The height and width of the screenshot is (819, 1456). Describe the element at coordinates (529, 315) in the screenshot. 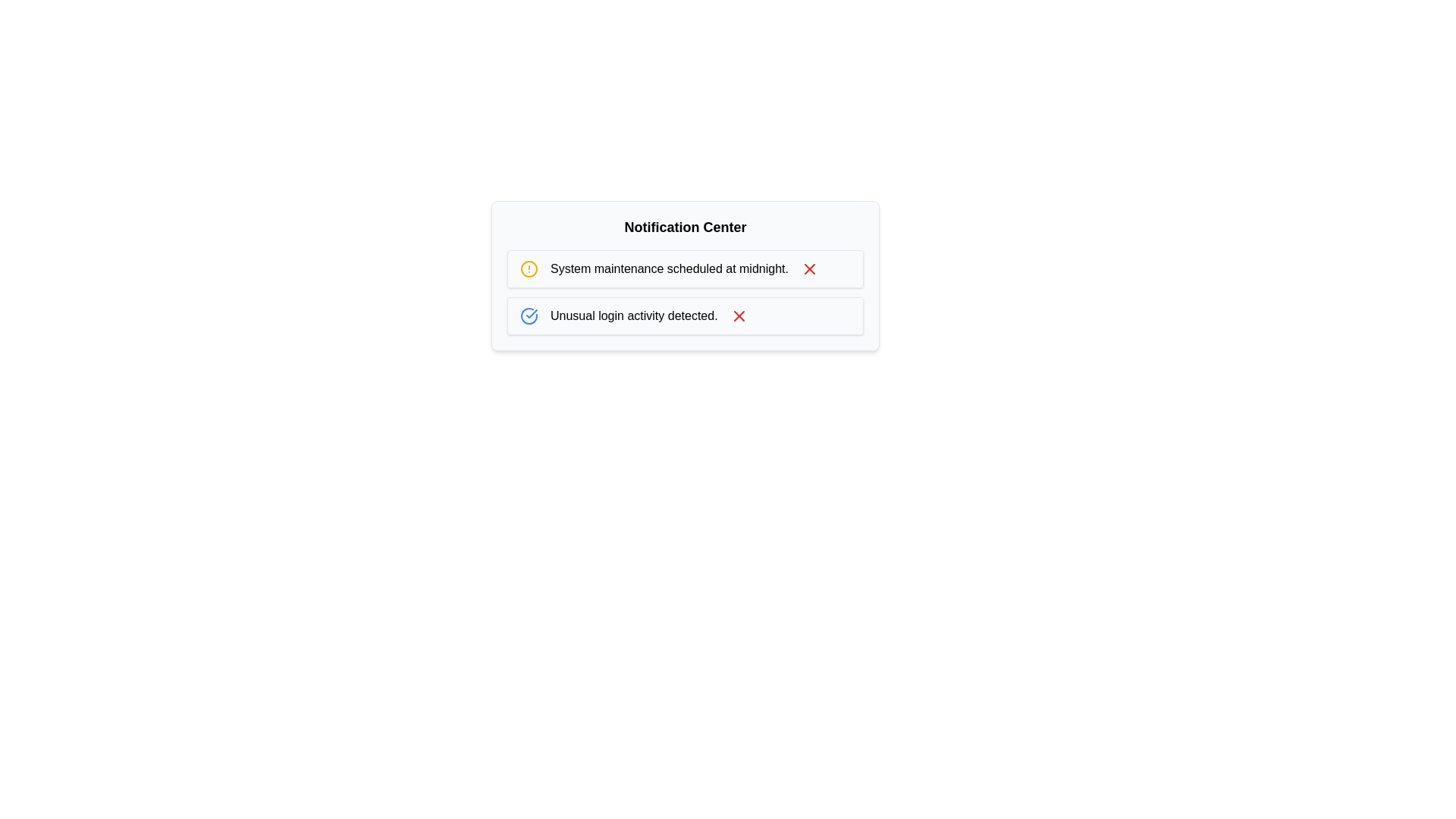

I see `the state of the blue circular icon with a checkmark indicating confirmation, located to the far left of the row containing 'Unusual login activity detected.'` at that location.